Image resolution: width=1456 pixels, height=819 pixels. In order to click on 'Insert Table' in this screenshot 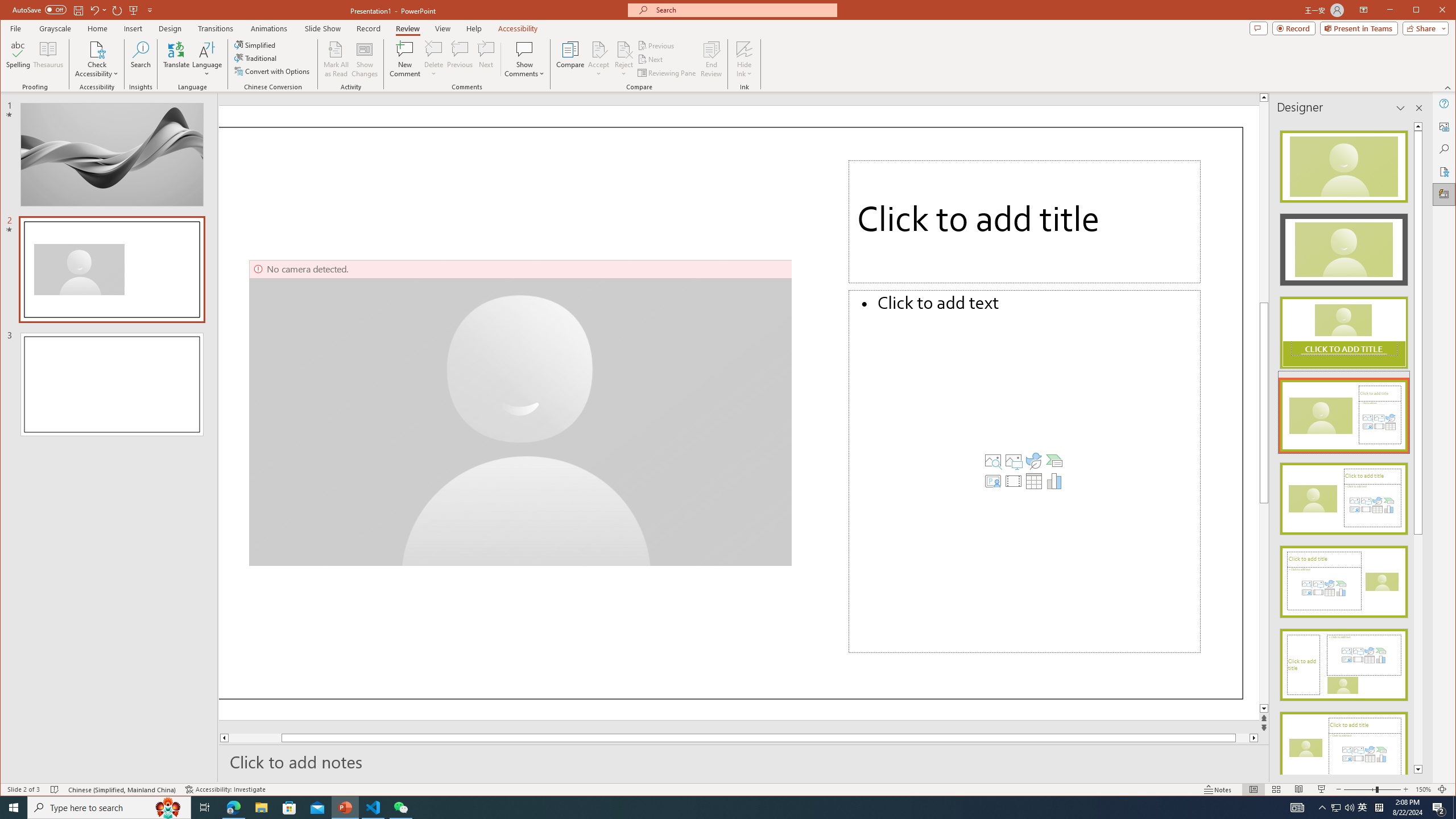, I will do `click(1033, 481)`.